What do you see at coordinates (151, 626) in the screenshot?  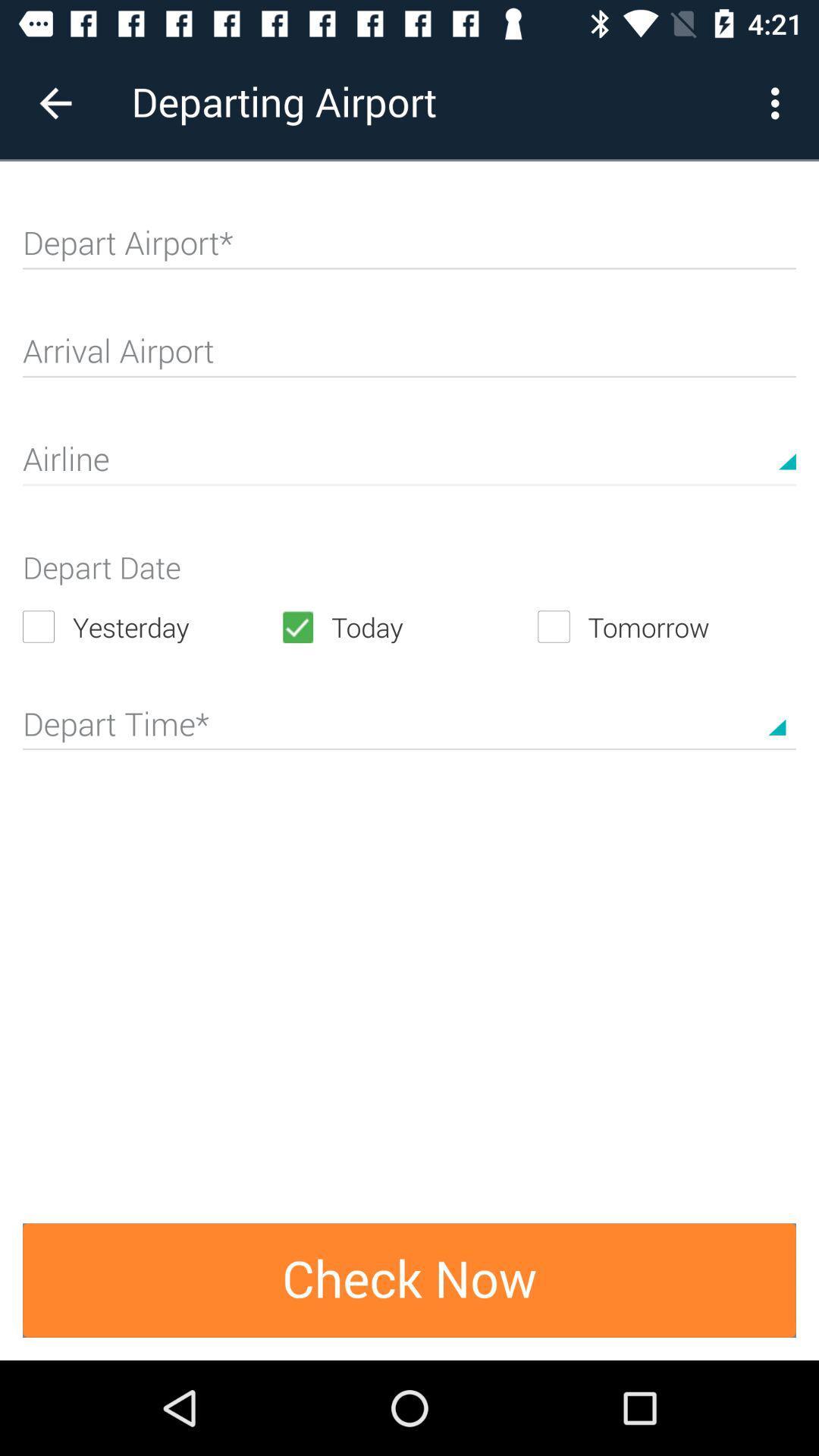 I see `the yesterday icon` at bounding box center [151, 626].